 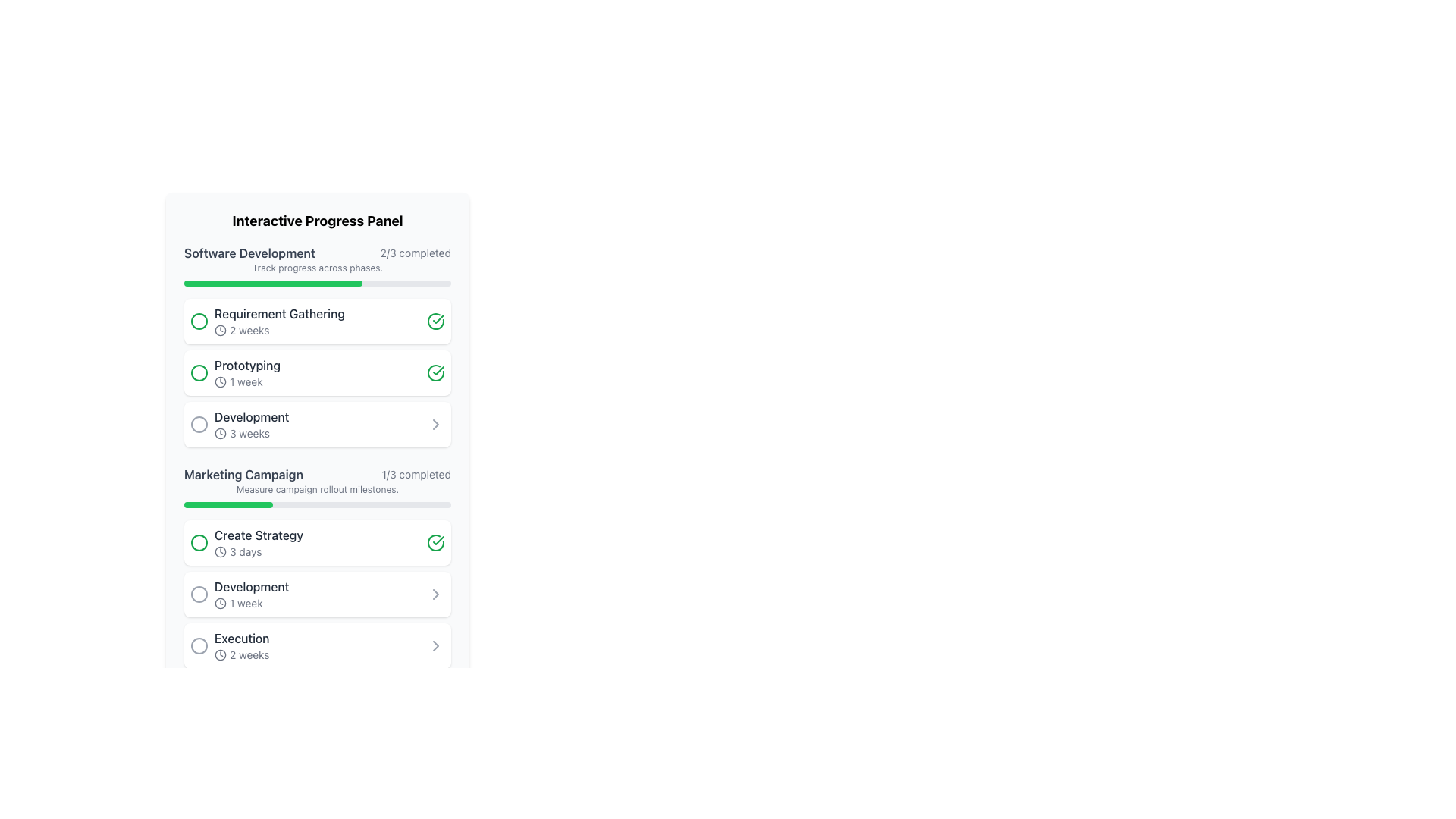 What do you see at coordinates (220, 329) in the screenshot?
I see `the circular outline of the clock icon that represents time, located next to the 'Requirement Gathering' task label` at bounding box center [220, 329].